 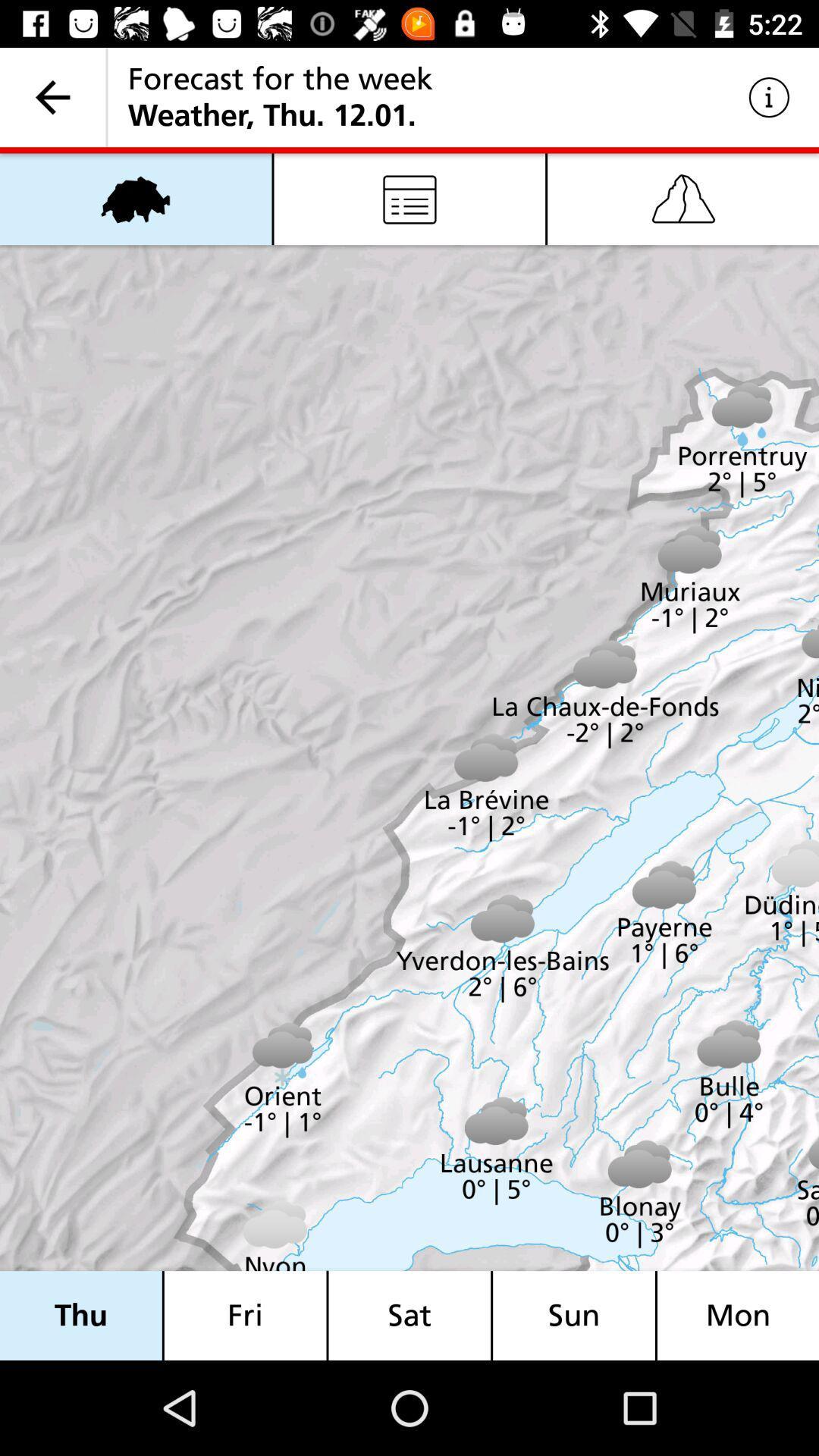 I want to click on the icon above the sun item, so click(x=683, y=198).